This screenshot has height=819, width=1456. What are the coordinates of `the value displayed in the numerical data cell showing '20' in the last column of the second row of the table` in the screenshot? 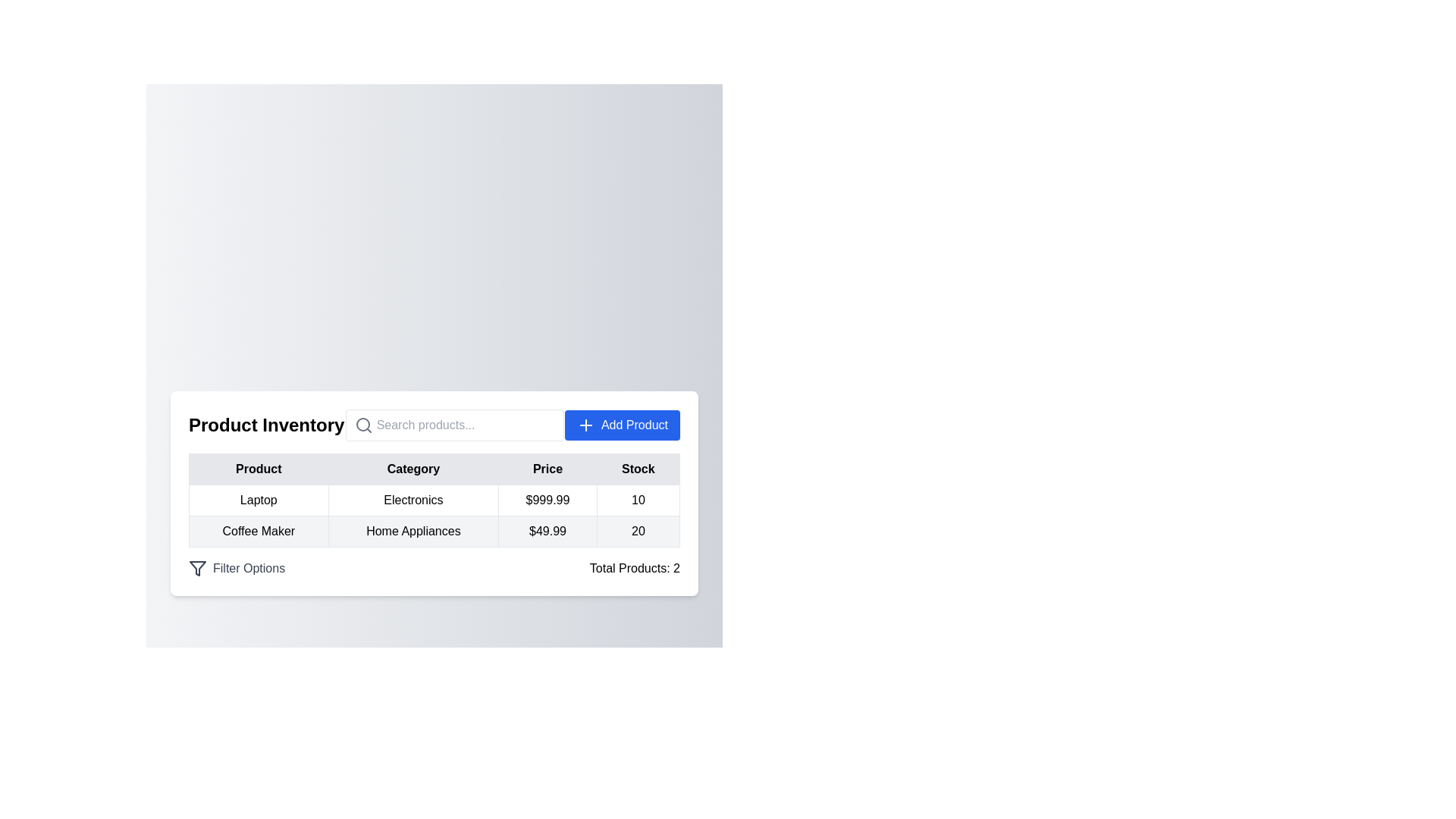 It's located at (638, 531).